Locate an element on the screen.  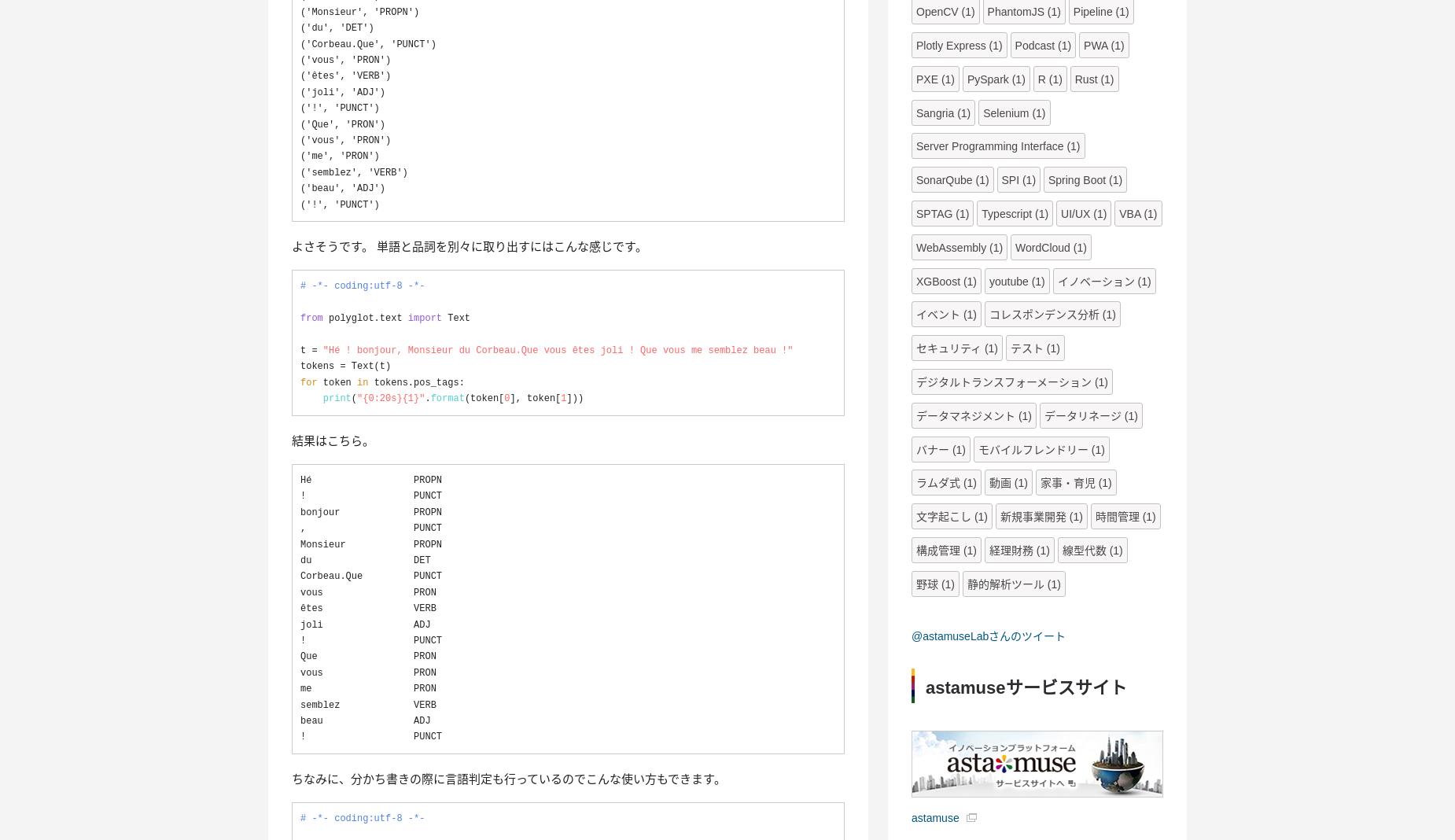
'@astamuseLabさんのツイート' is located at coordinates (988, 635).